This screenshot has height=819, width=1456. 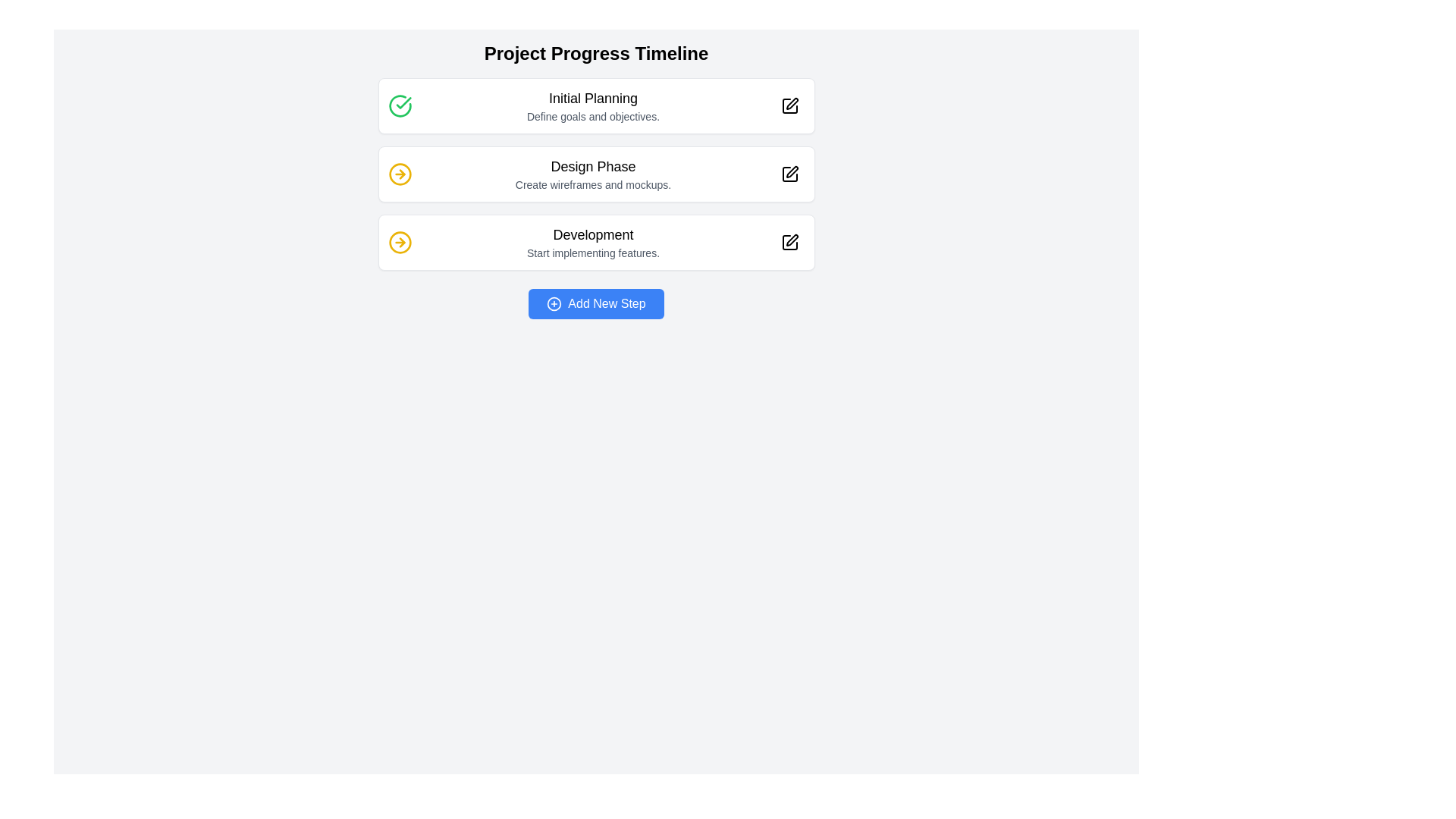 What do you see at coordinates (789, 242) in the screenshot?
I see `the editing icon component, which is a square with sharp corners and a thin stroke, located at the far right of the 'Development' step in the timeline` at bounding box center [789, 242].